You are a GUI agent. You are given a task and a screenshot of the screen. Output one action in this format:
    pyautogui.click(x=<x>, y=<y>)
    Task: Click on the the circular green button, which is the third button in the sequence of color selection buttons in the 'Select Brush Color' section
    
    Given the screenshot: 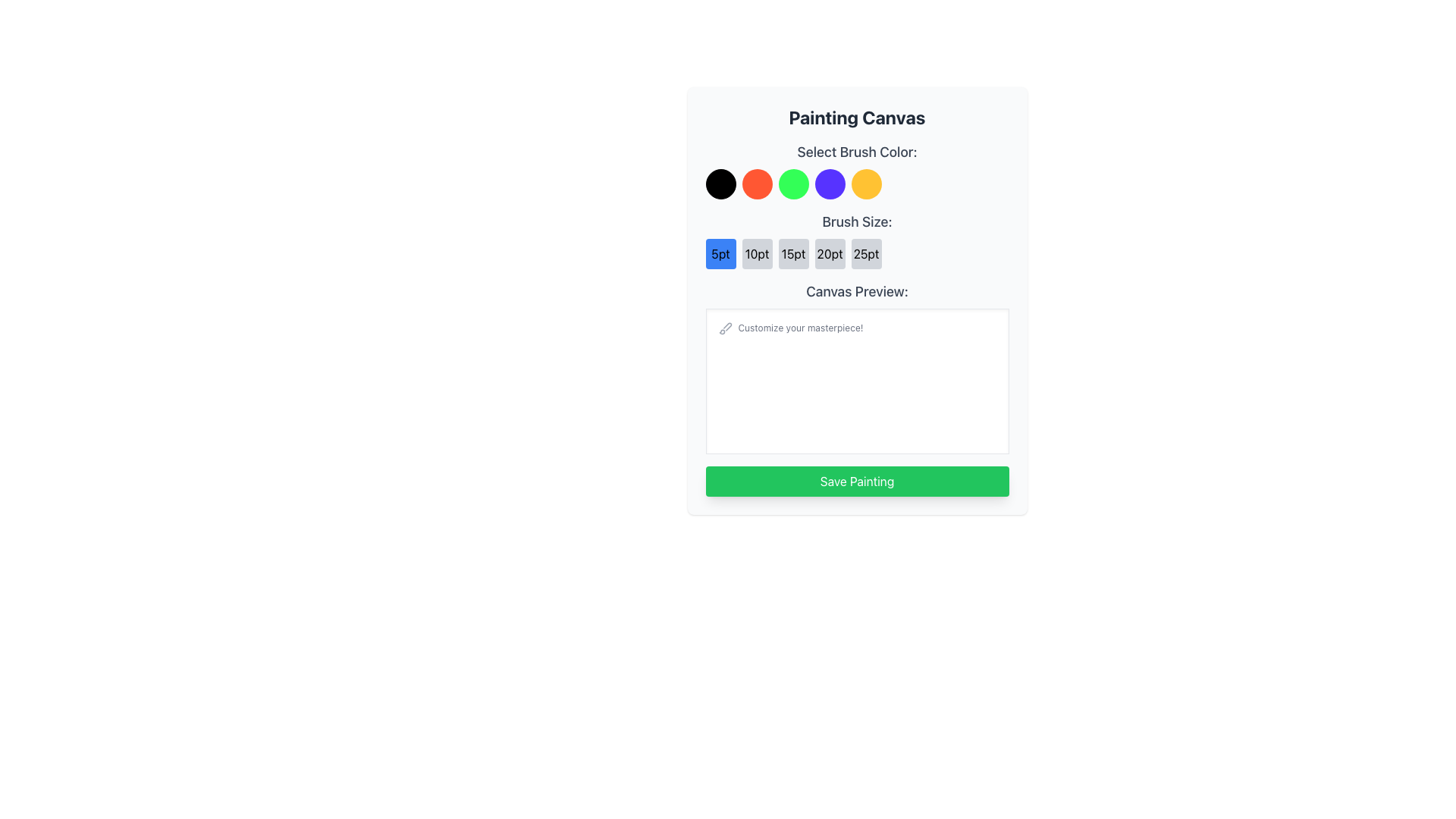 What is the action you would take?
    pyautogui.click(x=792, y=184)
    